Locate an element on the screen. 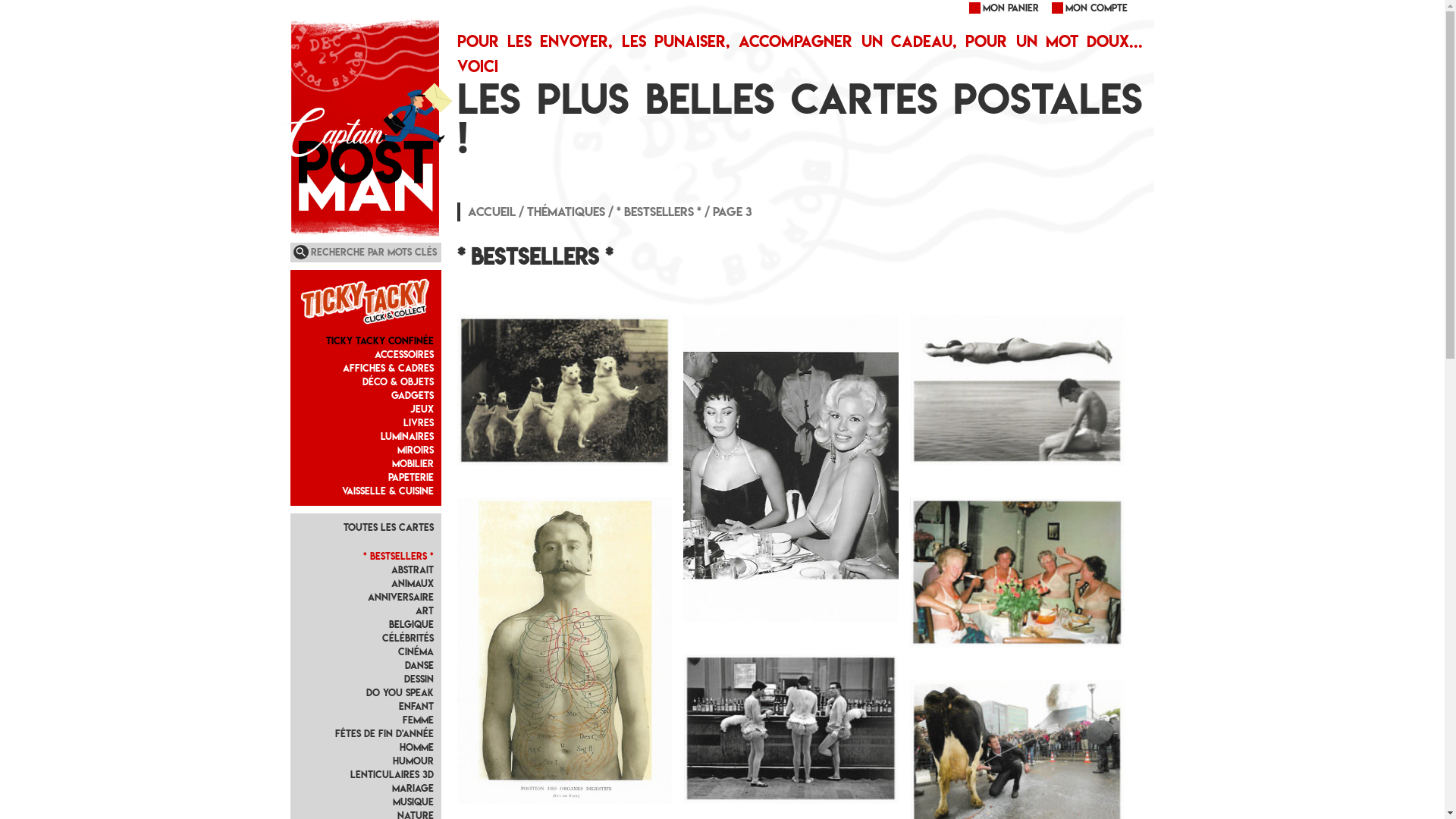 Image resolution: width=1456 pixels, height=819 pixels. '* BESTSELLERS *' is located at coordinates (658, 211).